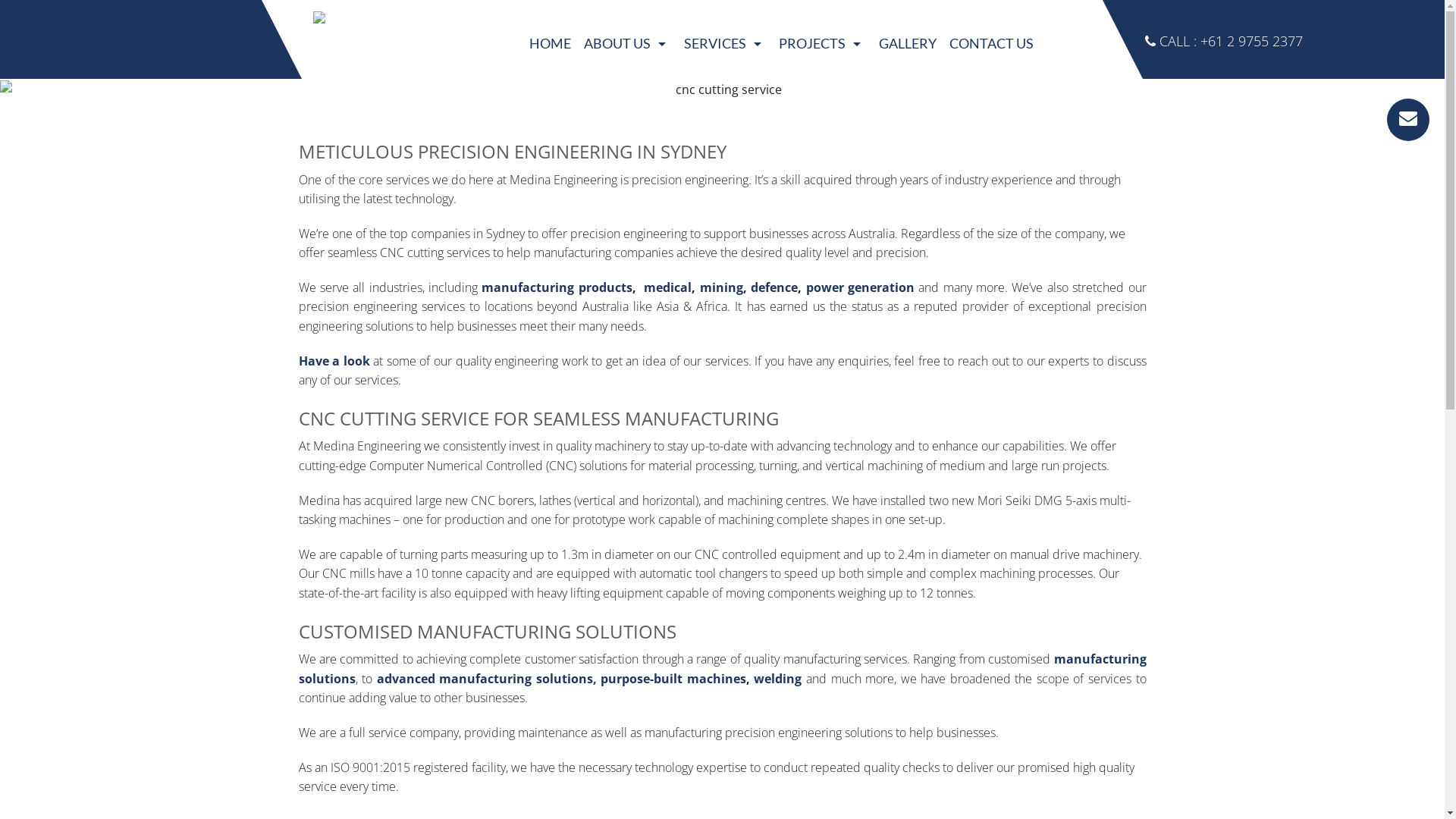  I want to click on 'ABOUT US', so click(628, 42).